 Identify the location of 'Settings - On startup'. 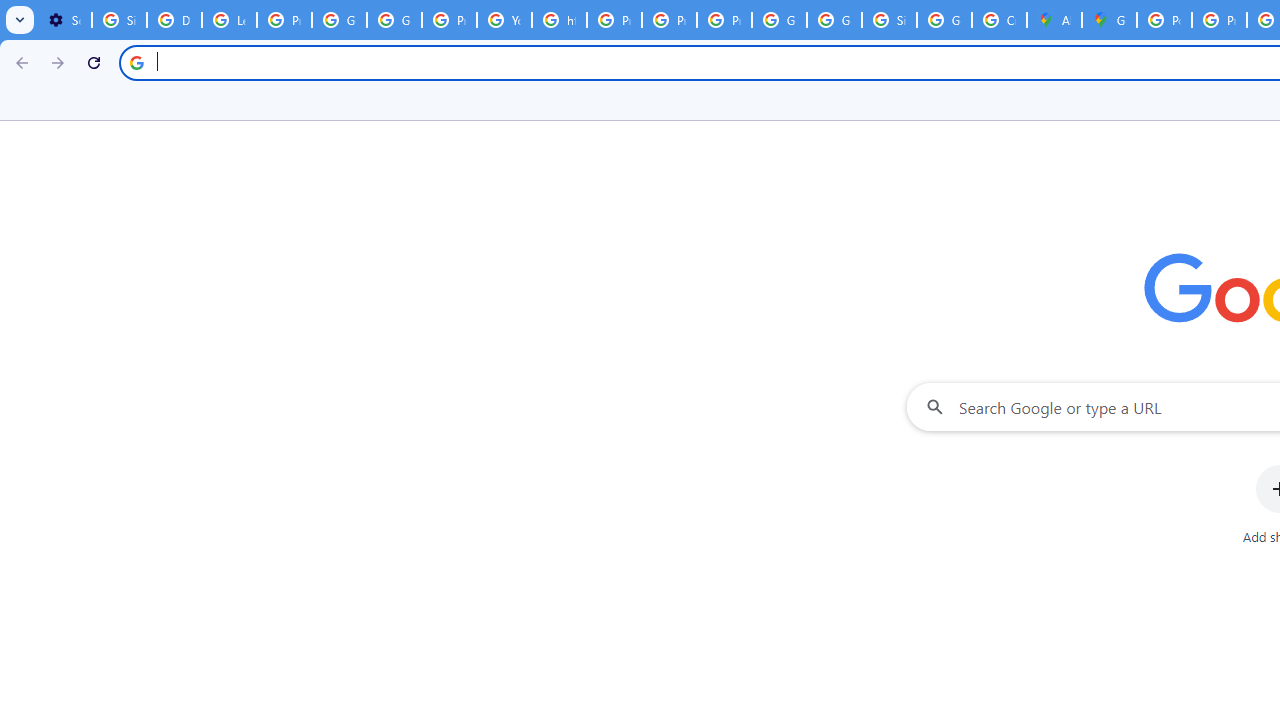
(64, 20).